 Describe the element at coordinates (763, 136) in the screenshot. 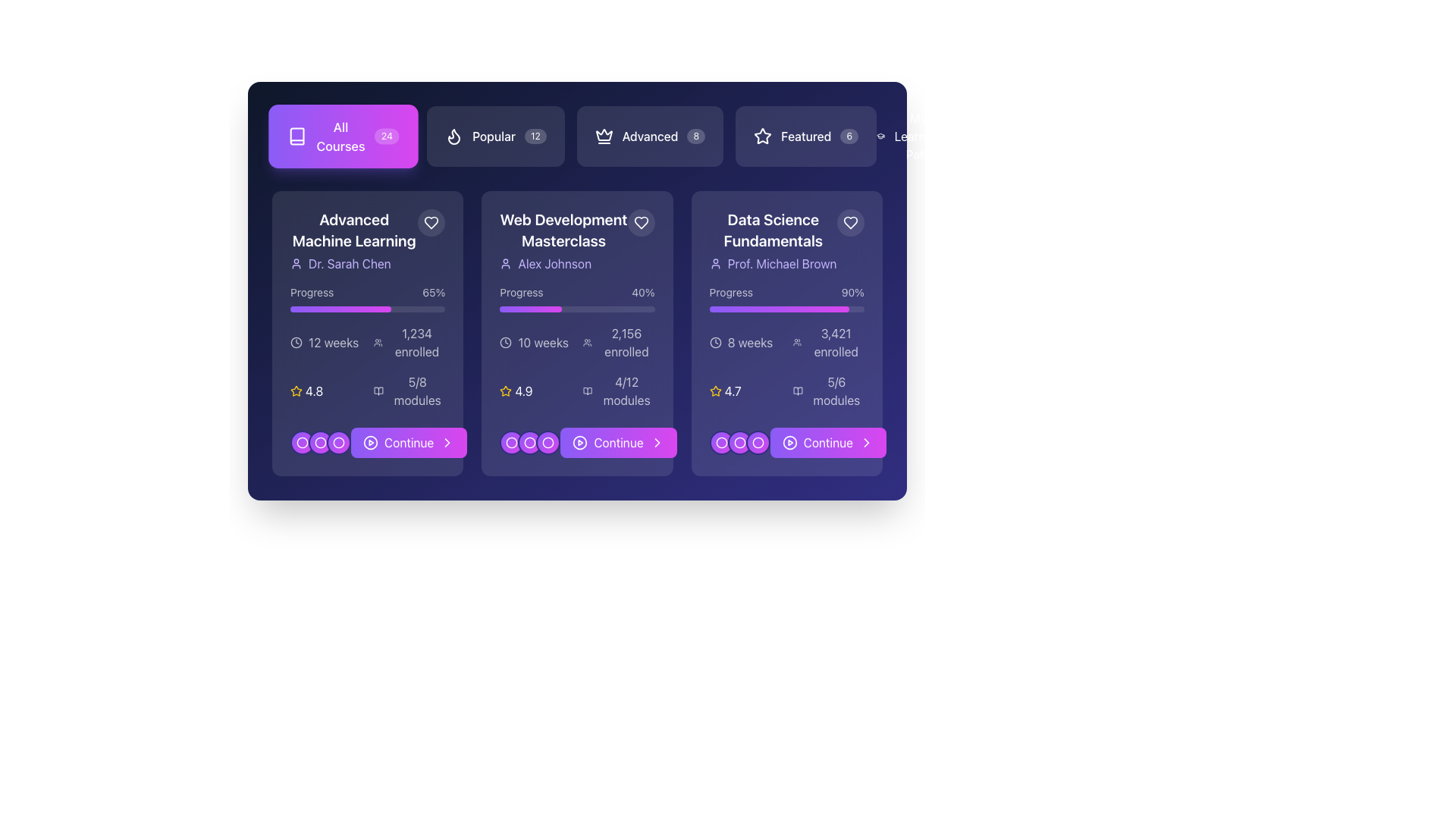

I see `the star icon located at the top-right section of the interface within the 'Featured' button, which visually represents the 'Featured' category` at that location.